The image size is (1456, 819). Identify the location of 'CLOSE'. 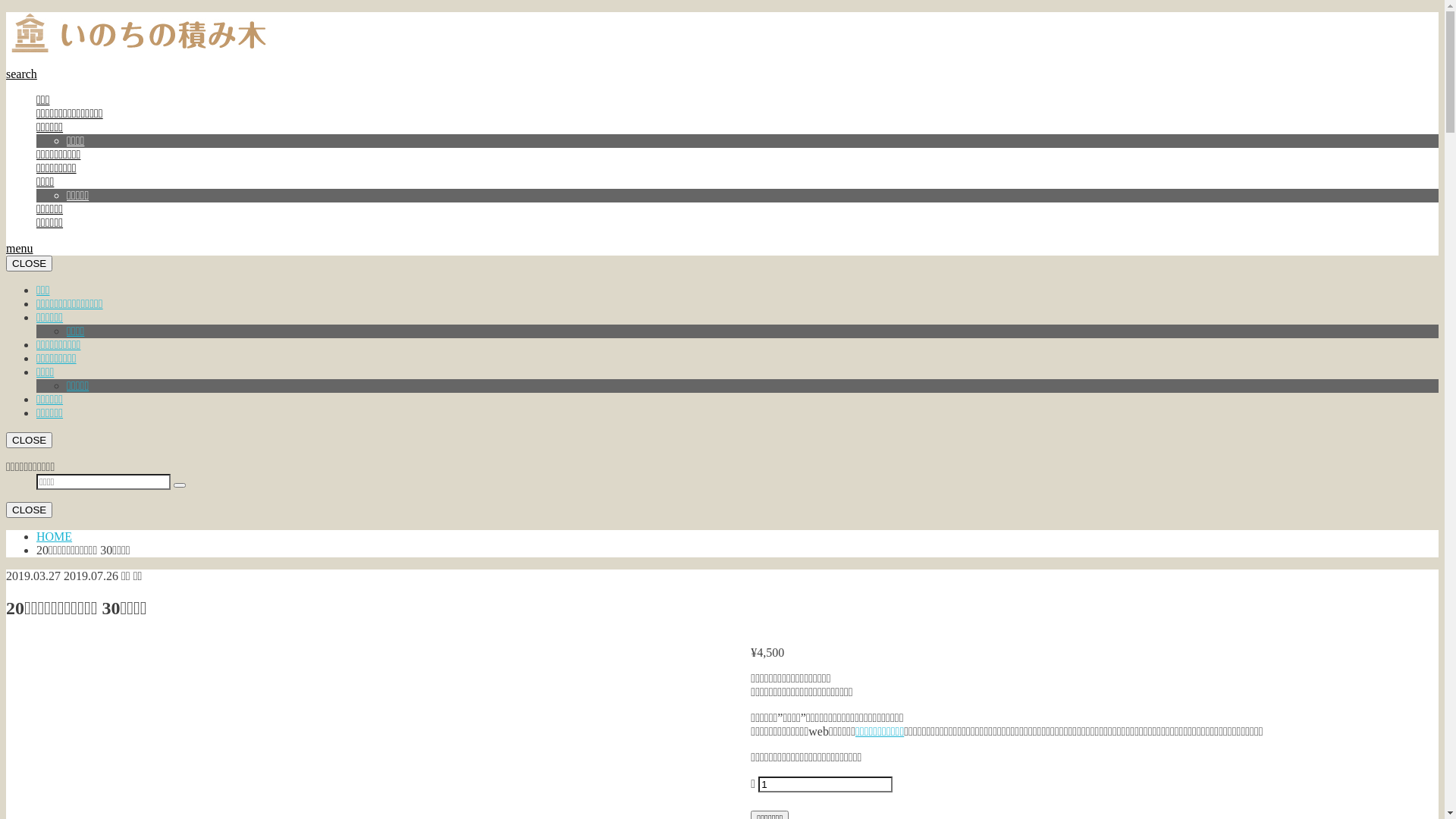
(29, 440).